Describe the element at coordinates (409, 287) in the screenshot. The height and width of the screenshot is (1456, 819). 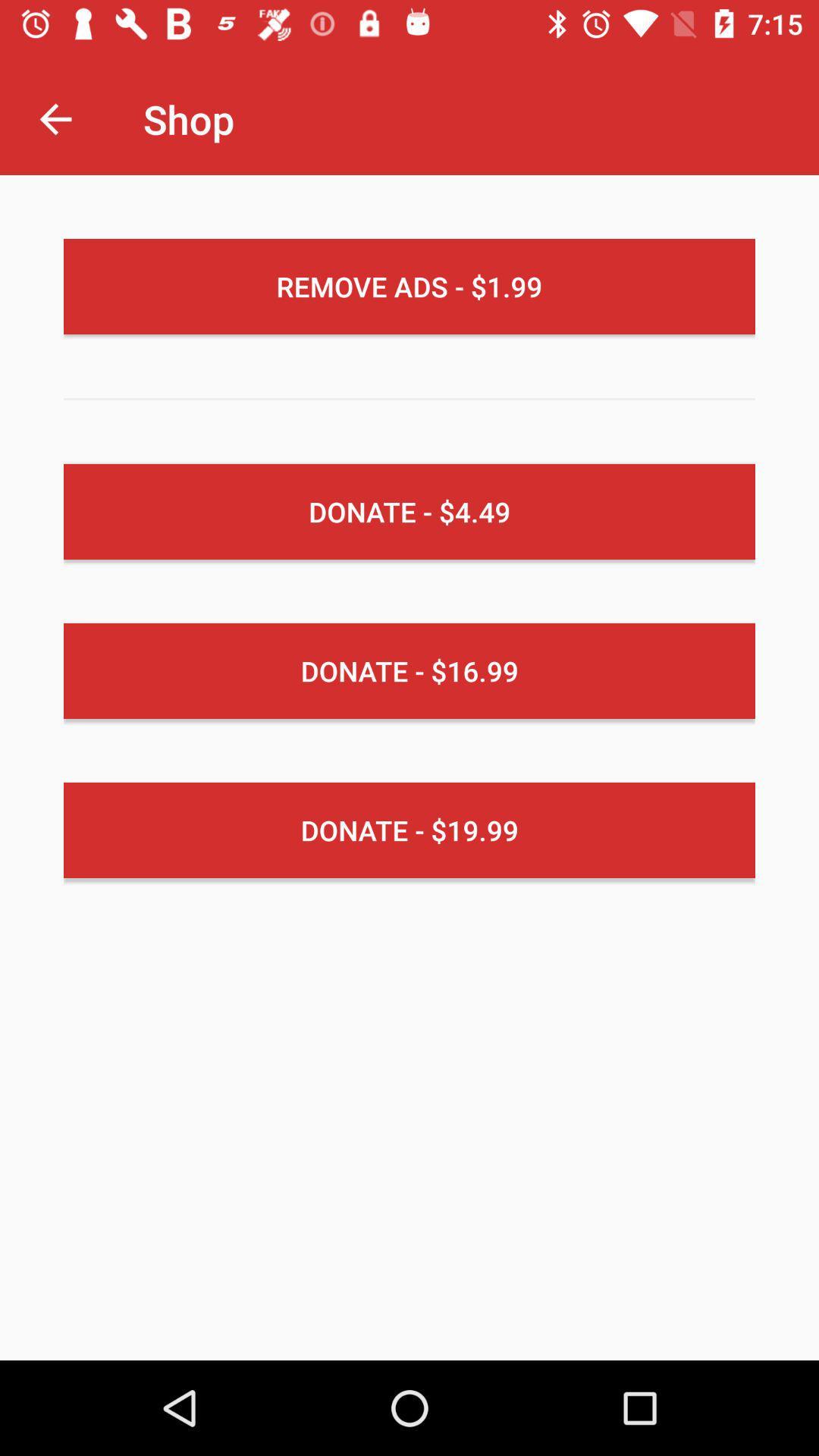
I see `the remove ads 1 item` at that location.